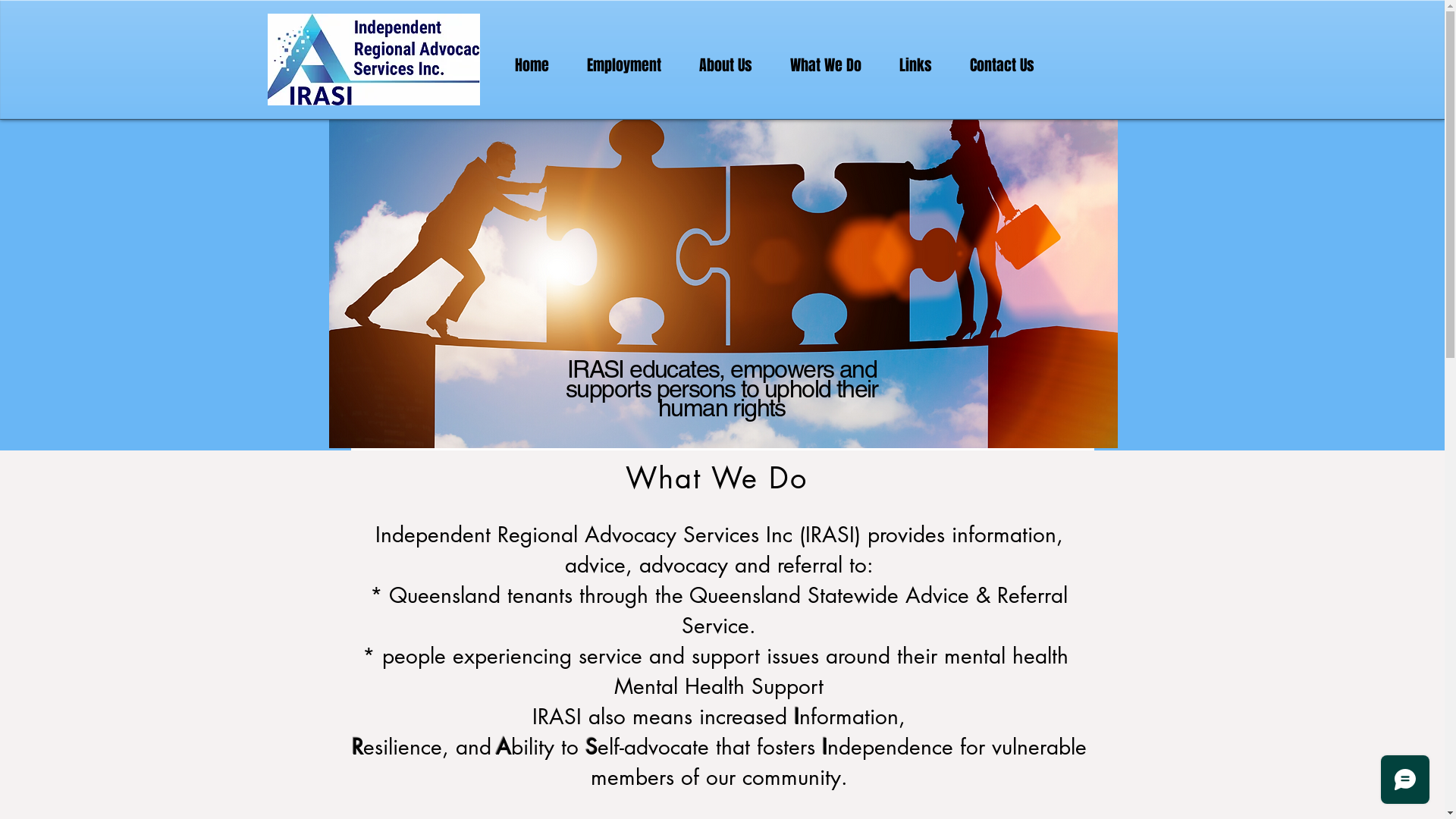  I want to click on 'Contact Us', so click(1002, 64).